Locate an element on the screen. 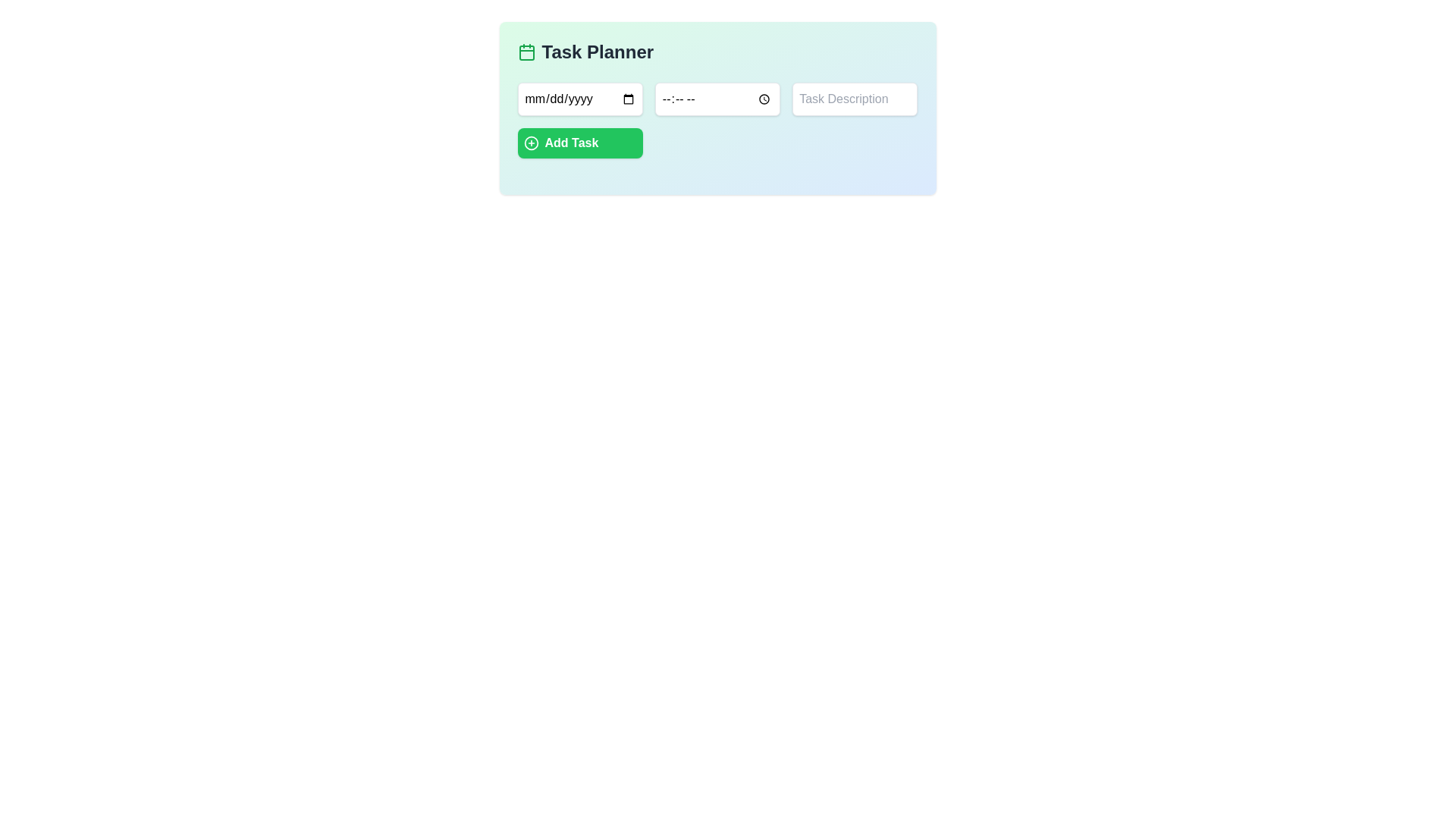  the Time input field to focus it, which is centrally located between the date input field and the task description input field in the top section of the interface is located at coordinates (717, 99).